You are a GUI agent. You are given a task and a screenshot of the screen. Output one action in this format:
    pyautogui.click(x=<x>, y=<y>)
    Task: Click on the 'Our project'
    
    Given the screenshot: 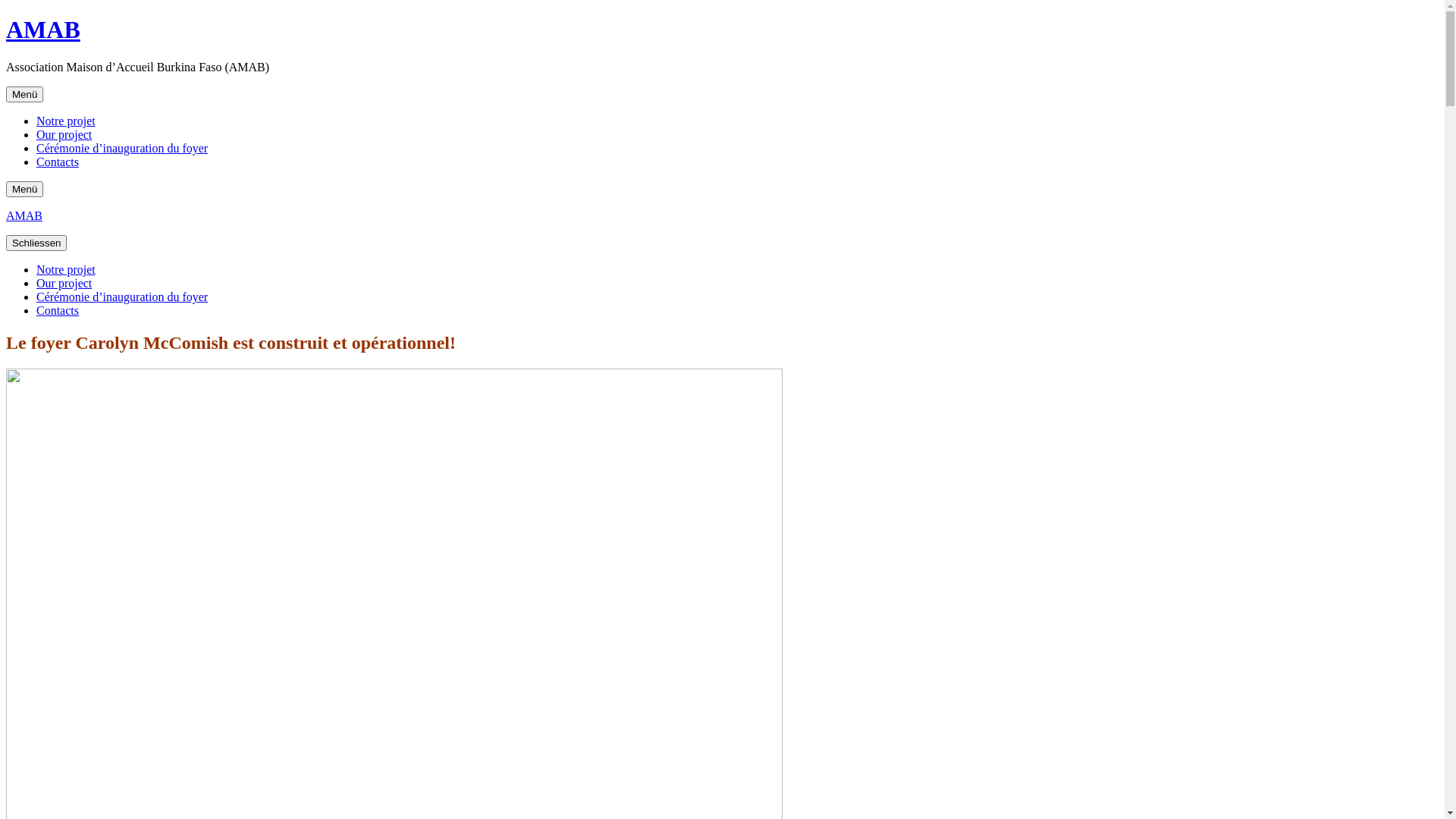 What is the action you would take?
    pyautogui.click(x=63, y=133)
    